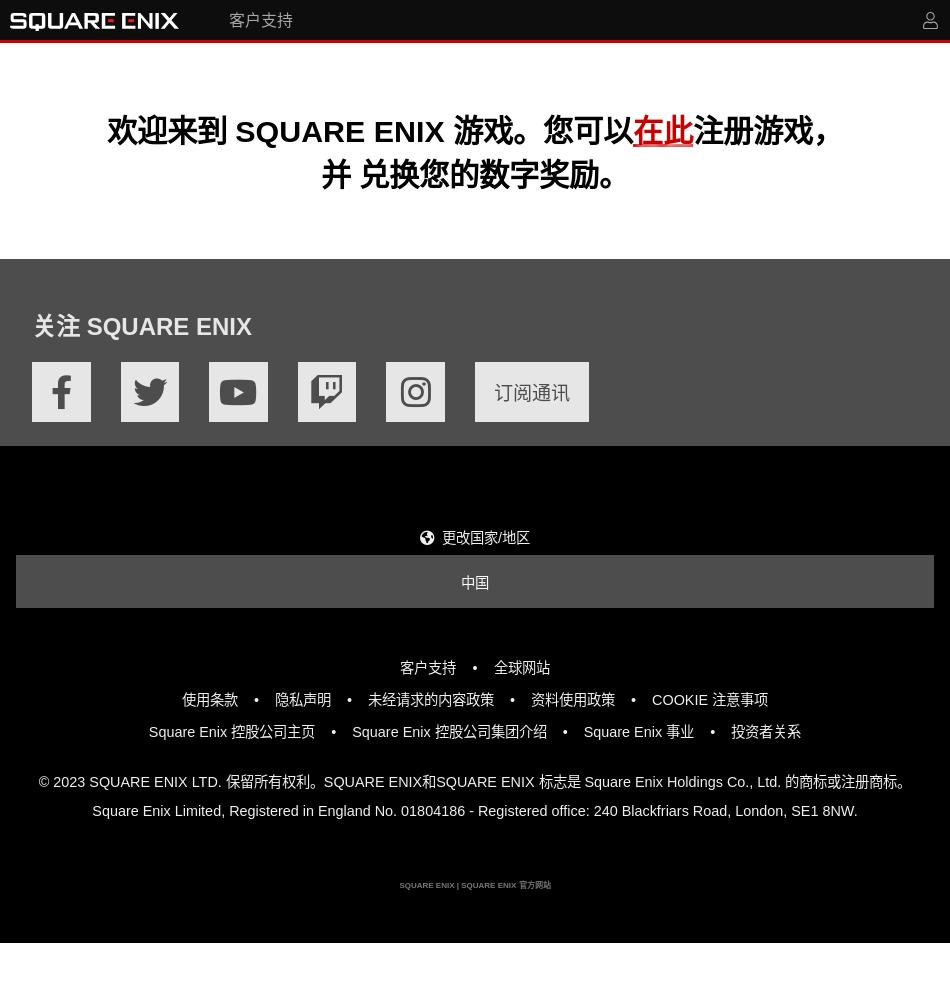 Image resolution: width=950 pixels, height=1000 pixels. What do you see at coordinates (473, 782) in the screenshot?
I see `'© 2023 SQUARE ENIX LTD. 保留所有权利。SQUARE ENIX和SQUARE ENIX 标志是 Square Enix Holdings Co., Ltd. 的商标或注册商标。'` at bounding box center [473, 782].